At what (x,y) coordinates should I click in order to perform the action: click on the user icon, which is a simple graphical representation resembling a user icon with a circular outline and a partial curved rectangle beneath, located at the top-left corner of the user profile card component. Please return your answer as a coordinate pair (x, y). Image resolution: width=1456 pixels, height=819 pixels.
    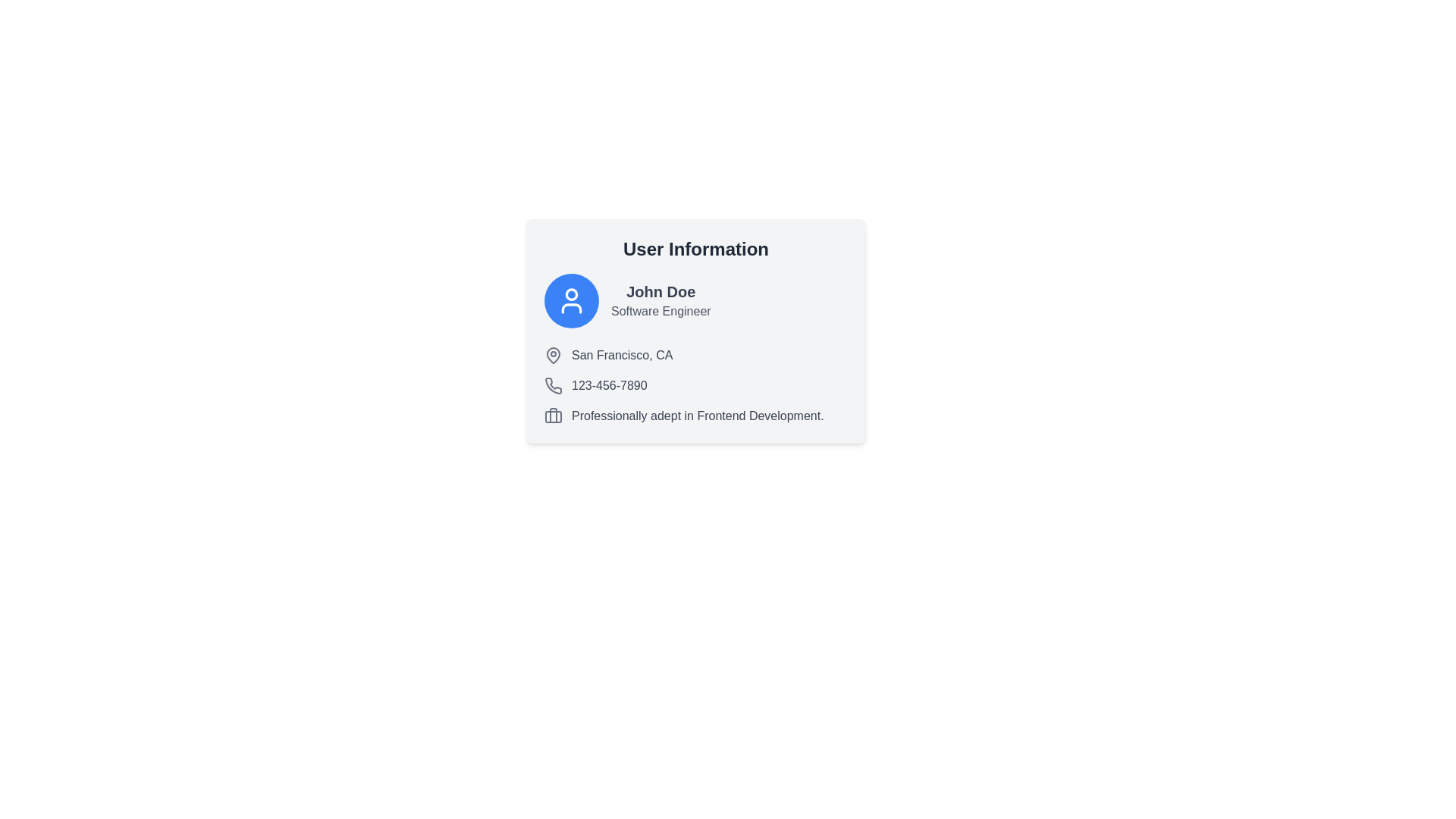
    Looking at the image, I should click on (570, 301).